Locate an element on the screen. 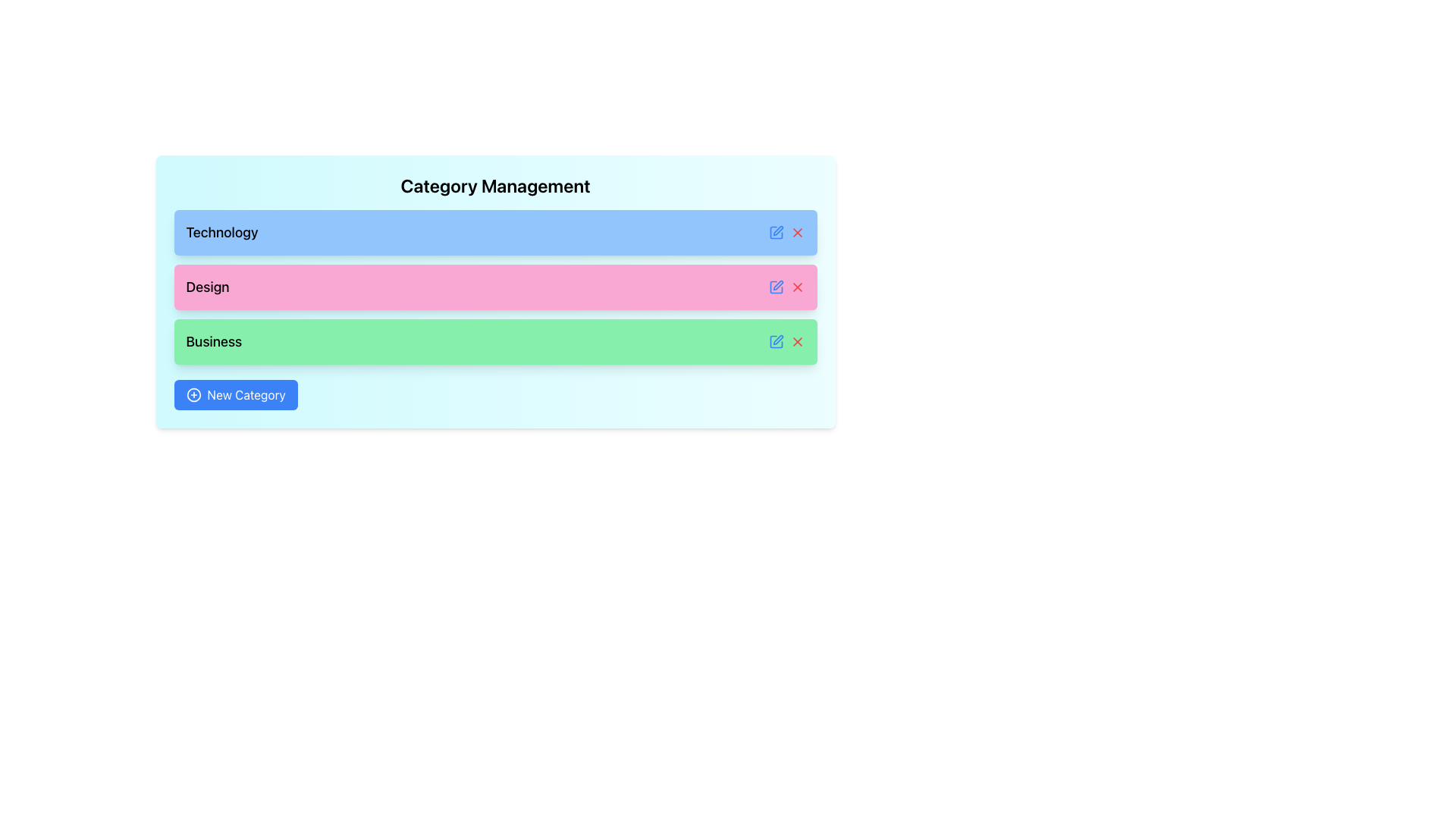 The height and width of the screenshot is (819, 1456). the red 'X' icon button located as the second icon on the right side of the pink 'Design' category bar is located at coordinates (796, 287).